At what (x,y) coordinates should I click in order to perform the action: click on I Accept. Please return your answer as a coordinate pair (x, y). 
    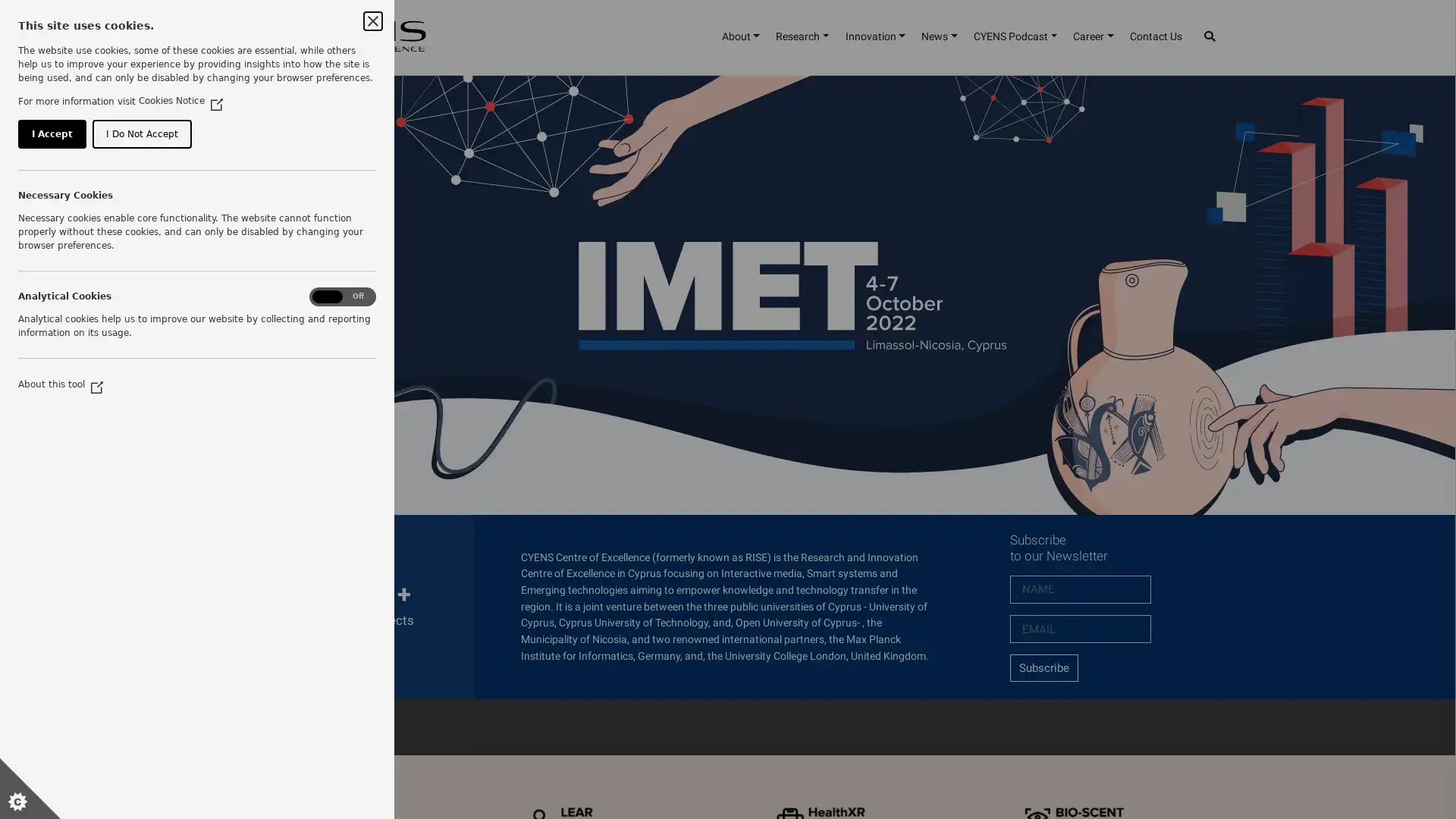
    Looking at the image, I should click on (58, 205).